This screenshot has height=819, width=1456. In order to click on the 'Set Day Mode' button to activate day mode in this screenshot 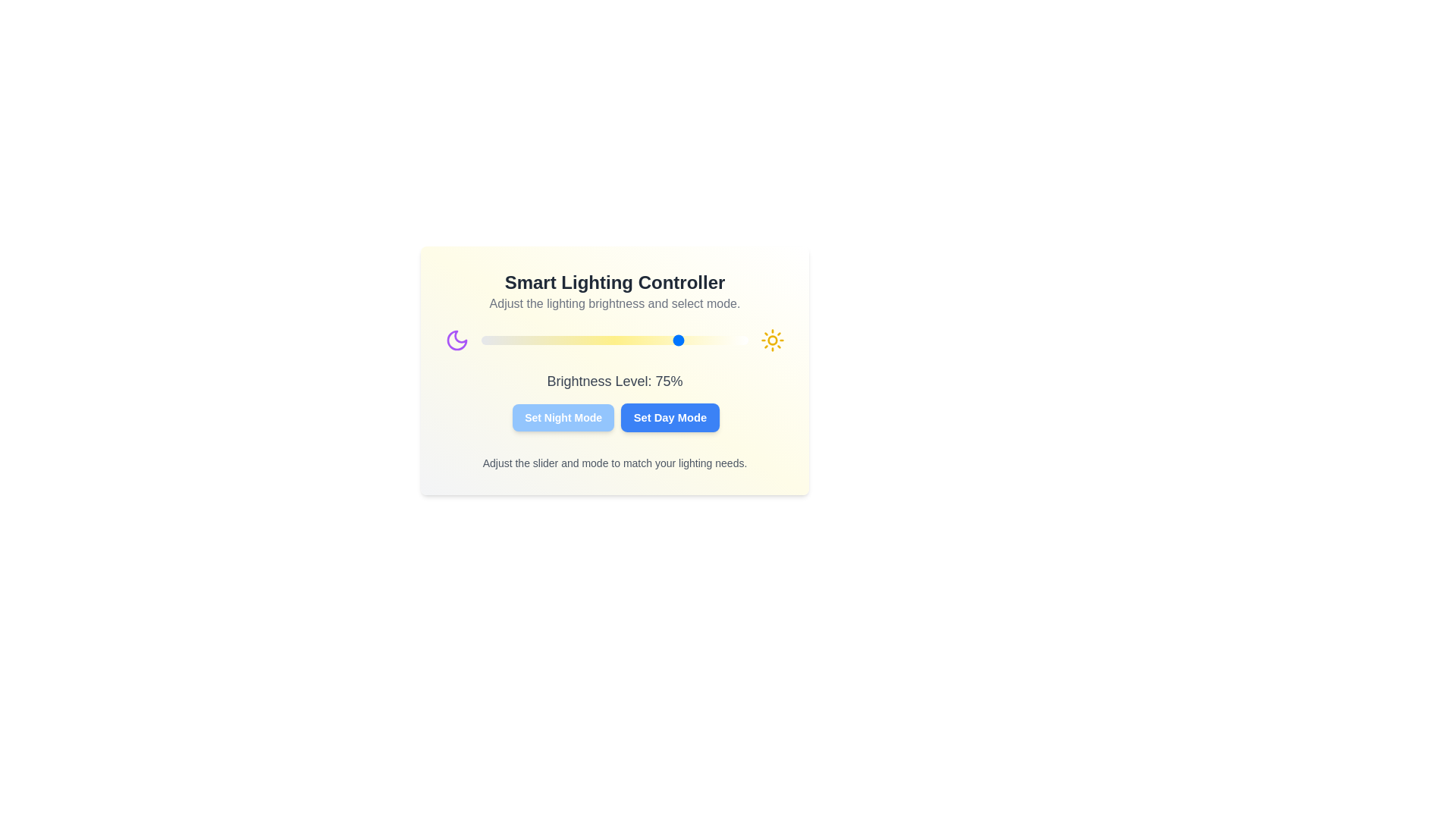, I will do `click(669, 418)`.